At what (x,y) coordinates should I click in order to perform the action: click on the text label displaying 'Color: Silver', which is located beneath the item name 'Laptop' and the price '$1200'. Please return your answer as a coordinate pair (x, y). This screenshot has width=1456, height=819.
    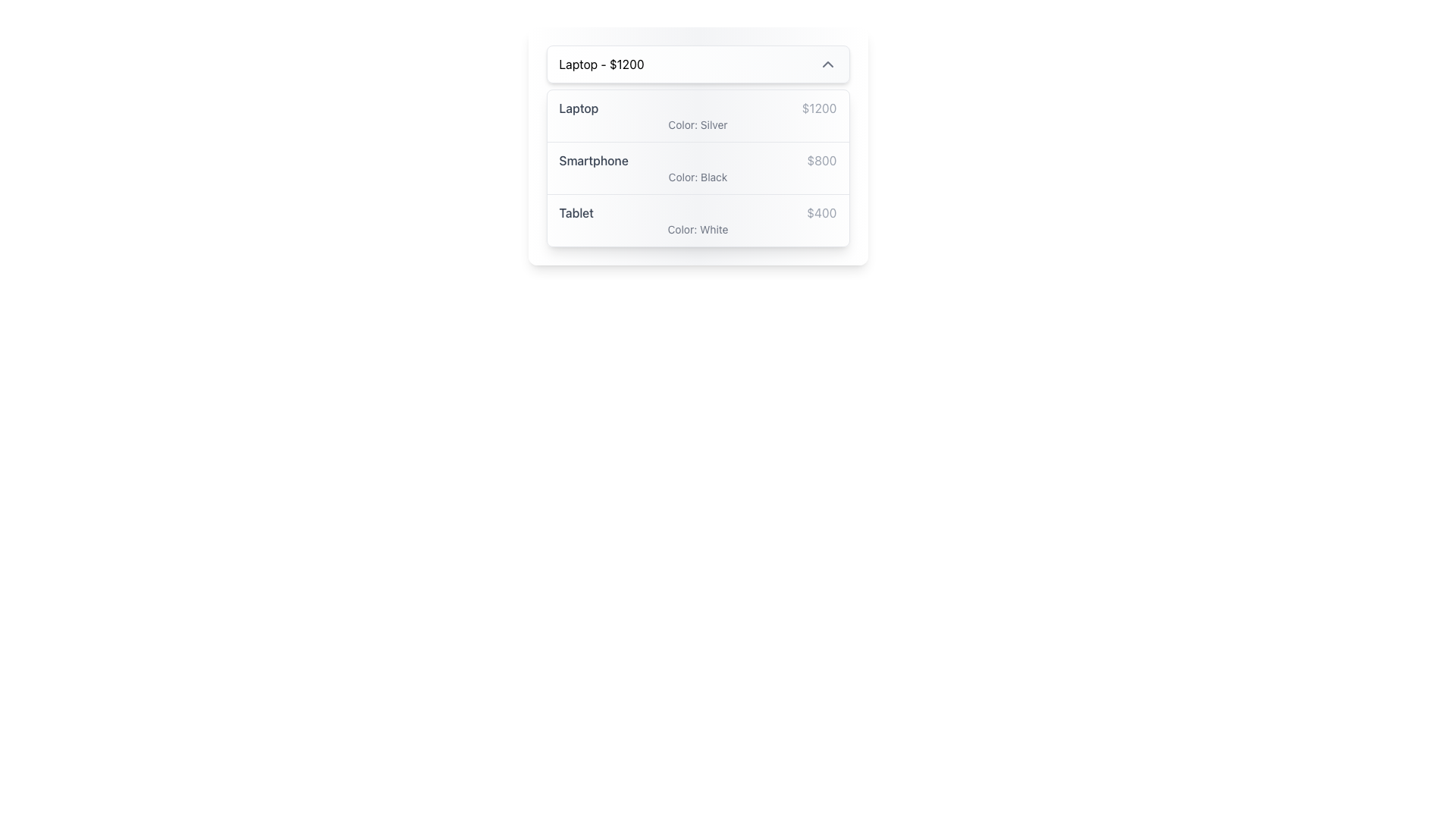
    Looking at the image, I should click on (697, 124).